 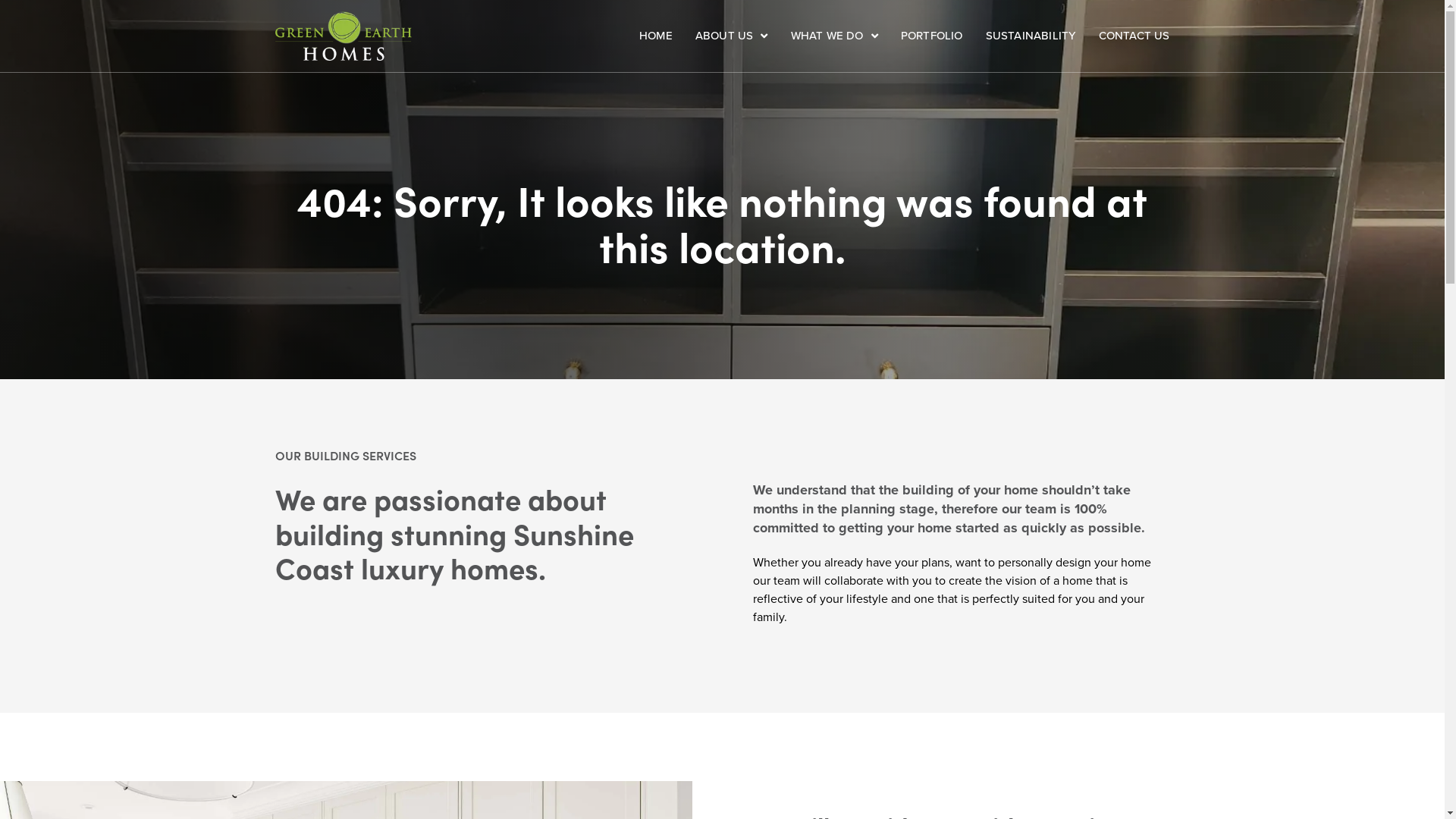 I want to click on 'SUSTAINABILITY', so click(x=1031, y=35).